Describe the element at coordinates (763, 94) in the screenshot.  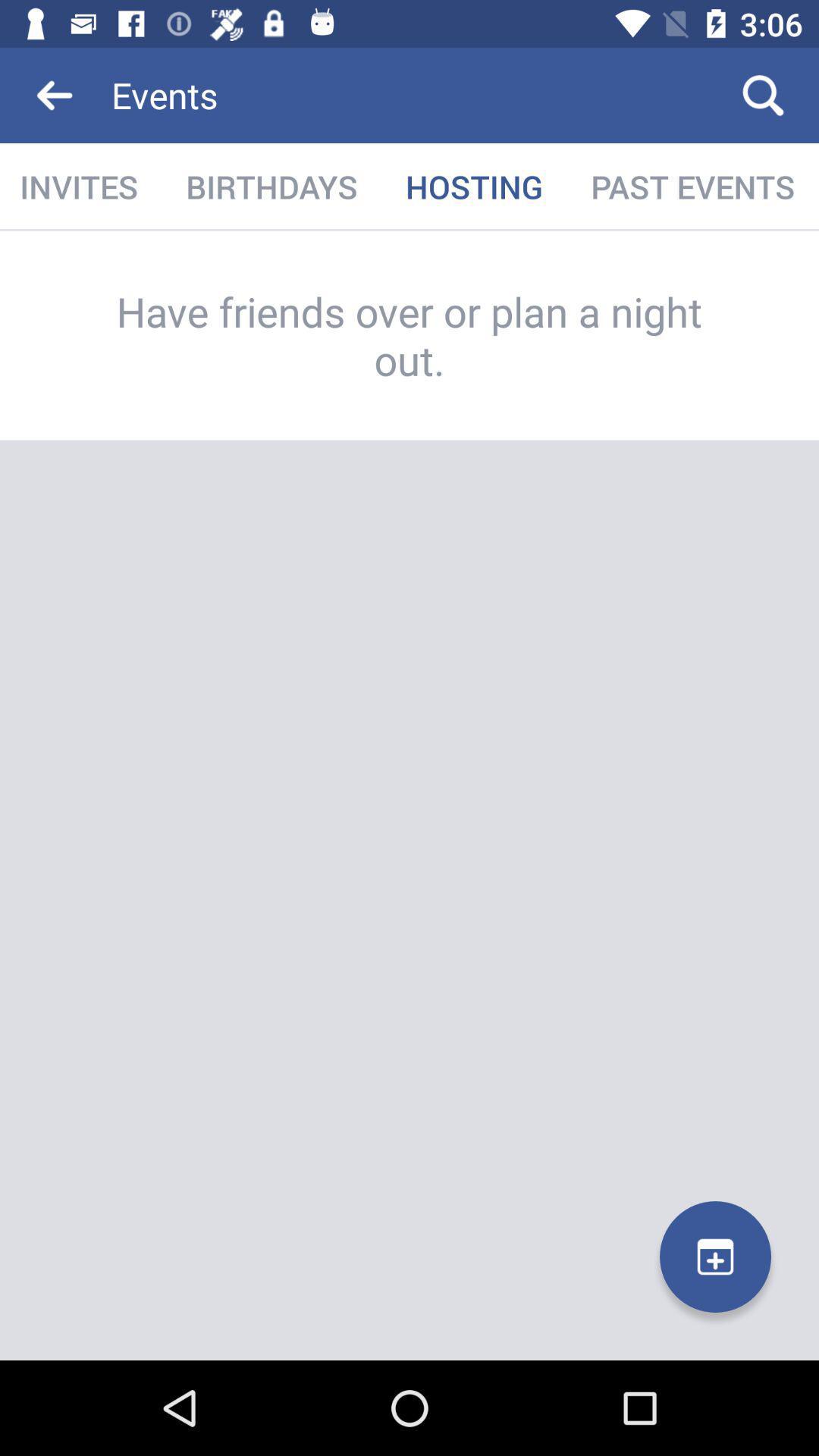
I see `item next to events item` at that location.